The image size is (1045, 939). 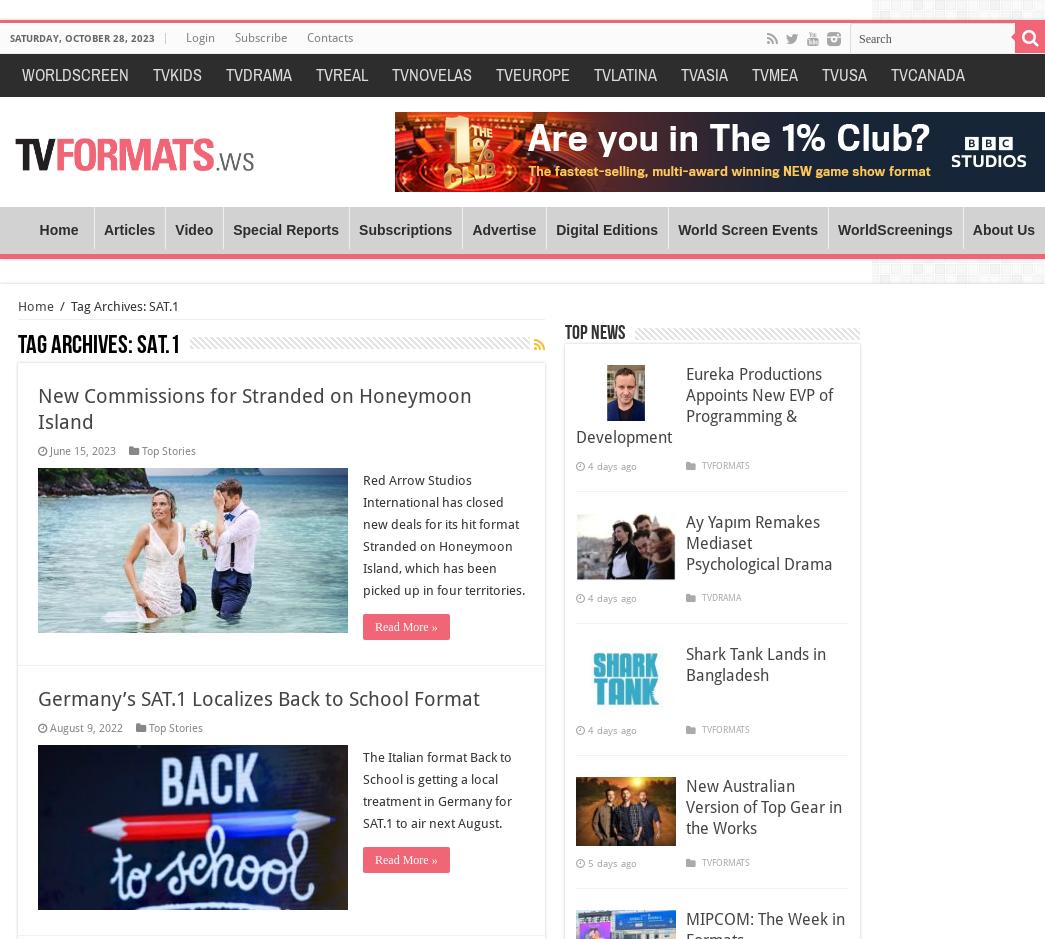 What do you see at coordinates (157, 345) in the screenshot?
I see `'SAT.1'` at bounding box center [157, 345].